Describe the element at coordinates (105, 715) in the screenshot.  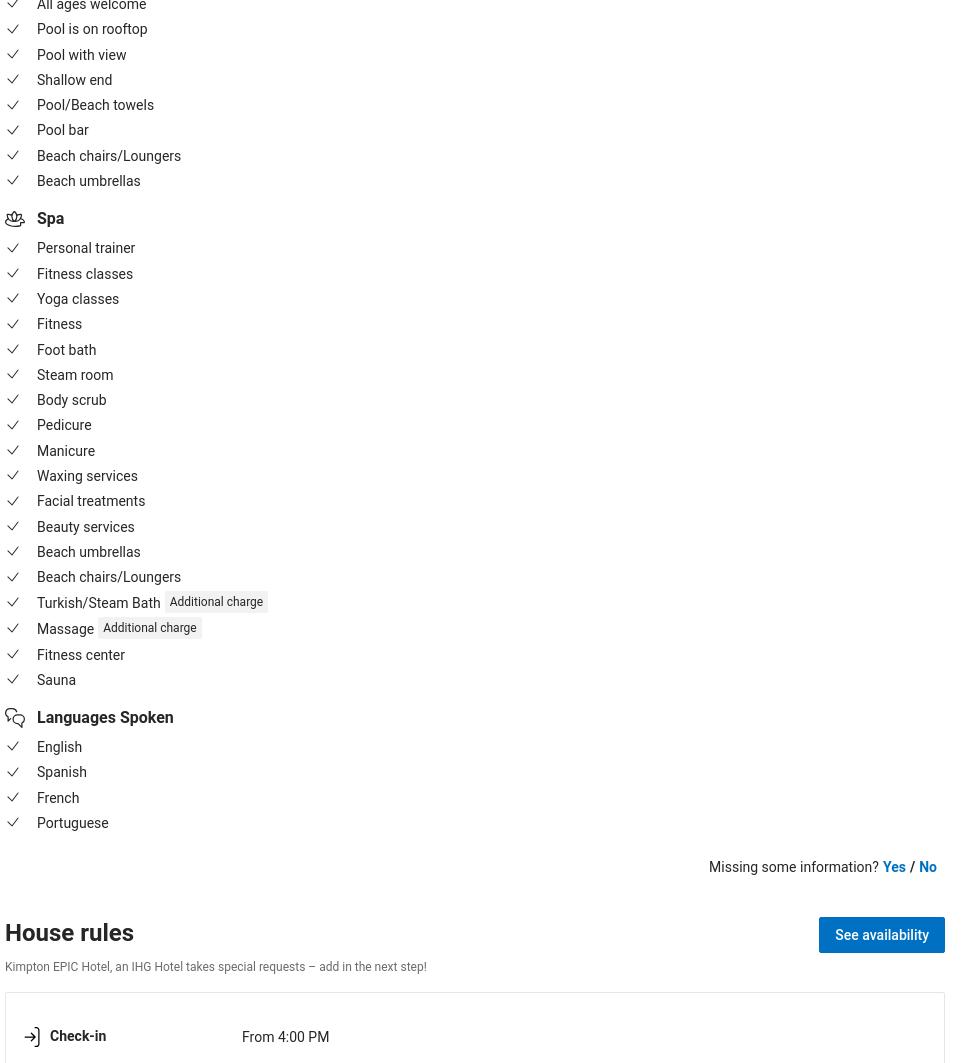
I see `'Languages Spoken'` at that location.